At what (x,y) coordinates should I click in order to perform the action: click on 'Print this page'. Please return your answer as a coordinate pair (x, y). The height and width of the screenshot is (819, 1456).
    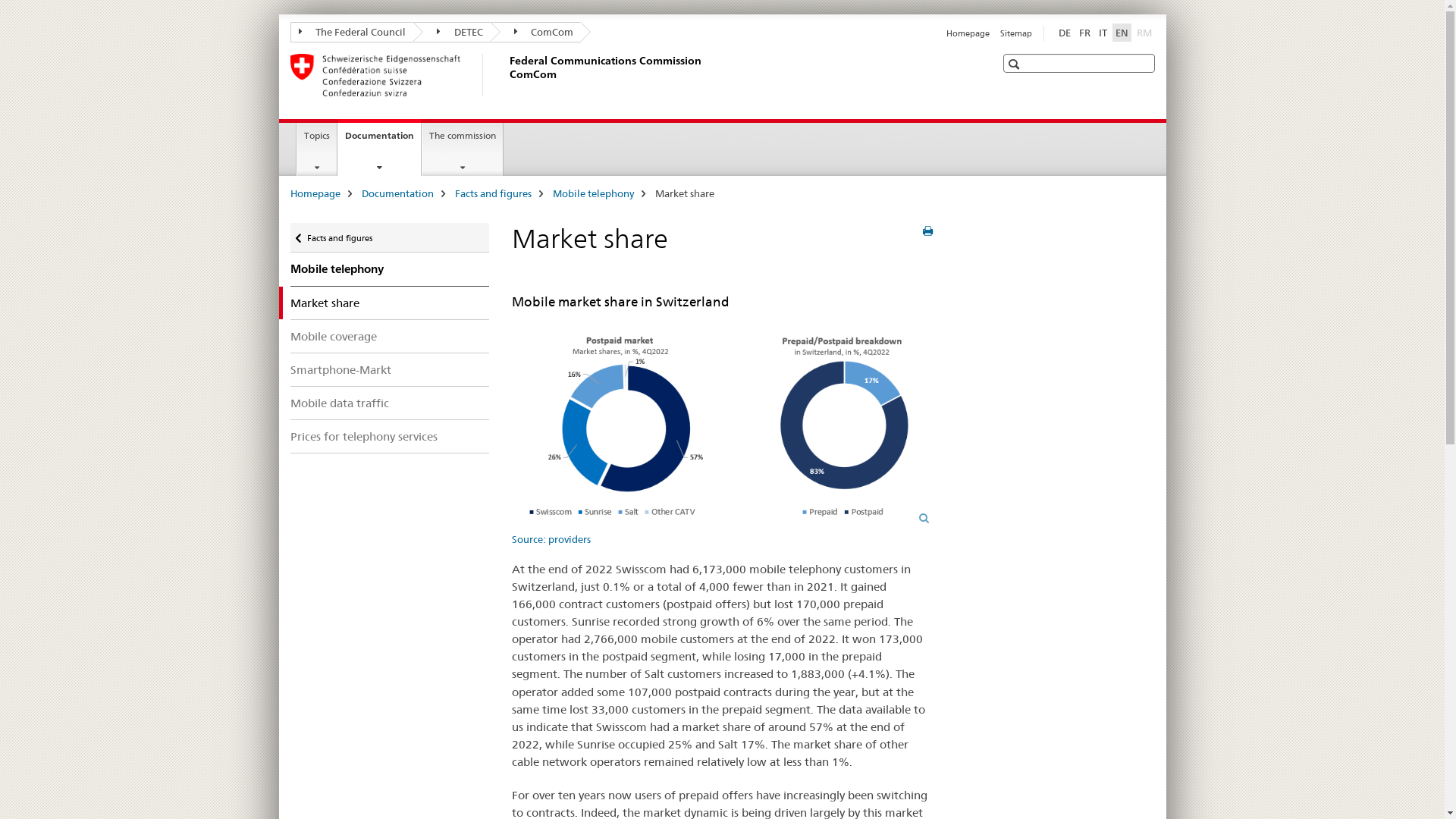
    Looking at the image, I should click on (927, 231).